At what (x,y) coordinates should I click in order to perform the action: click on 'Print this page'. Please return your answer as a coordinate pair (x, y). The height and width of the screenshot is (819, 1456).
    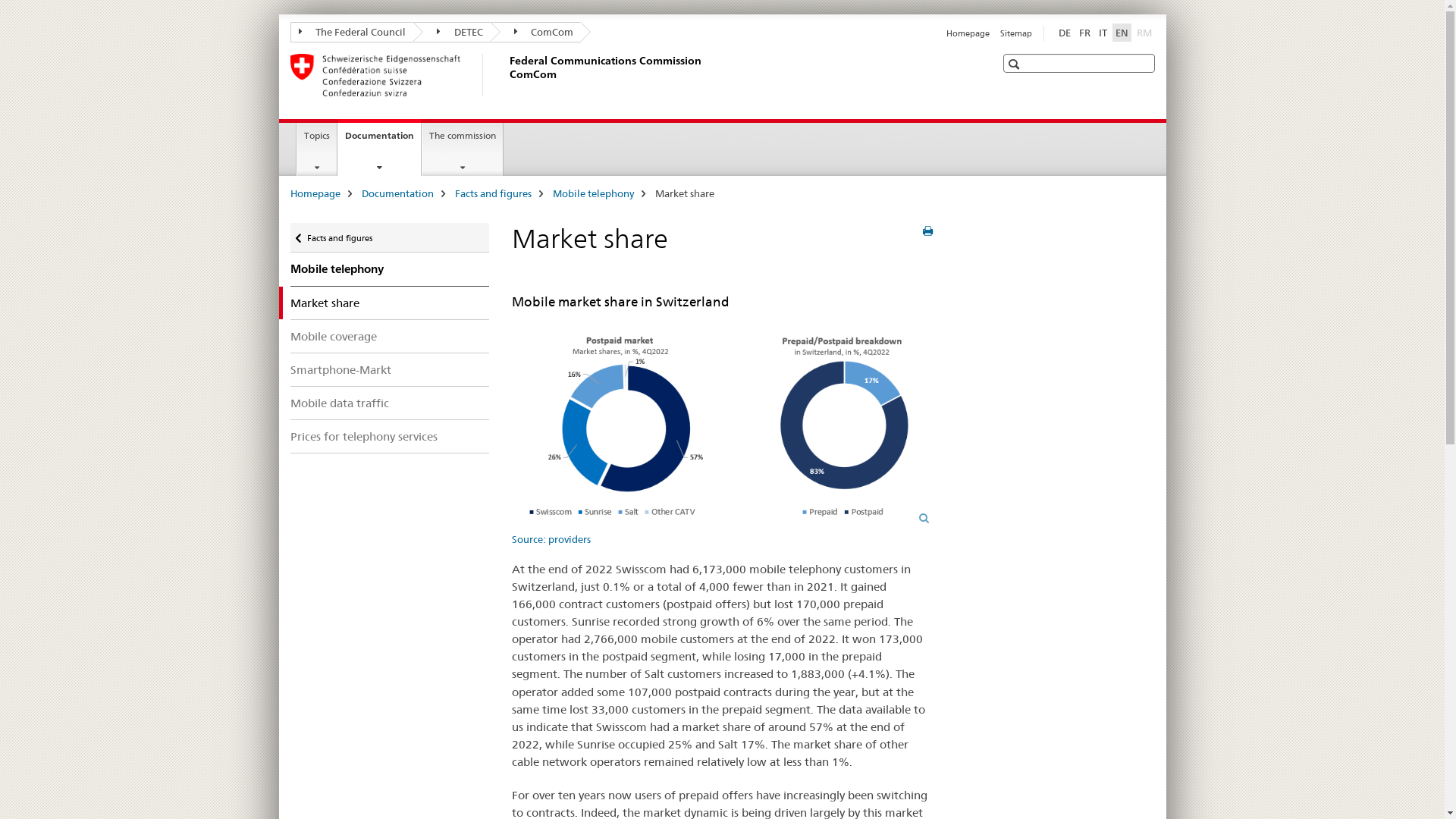
    Looking at the image, I should click on (927, 231).